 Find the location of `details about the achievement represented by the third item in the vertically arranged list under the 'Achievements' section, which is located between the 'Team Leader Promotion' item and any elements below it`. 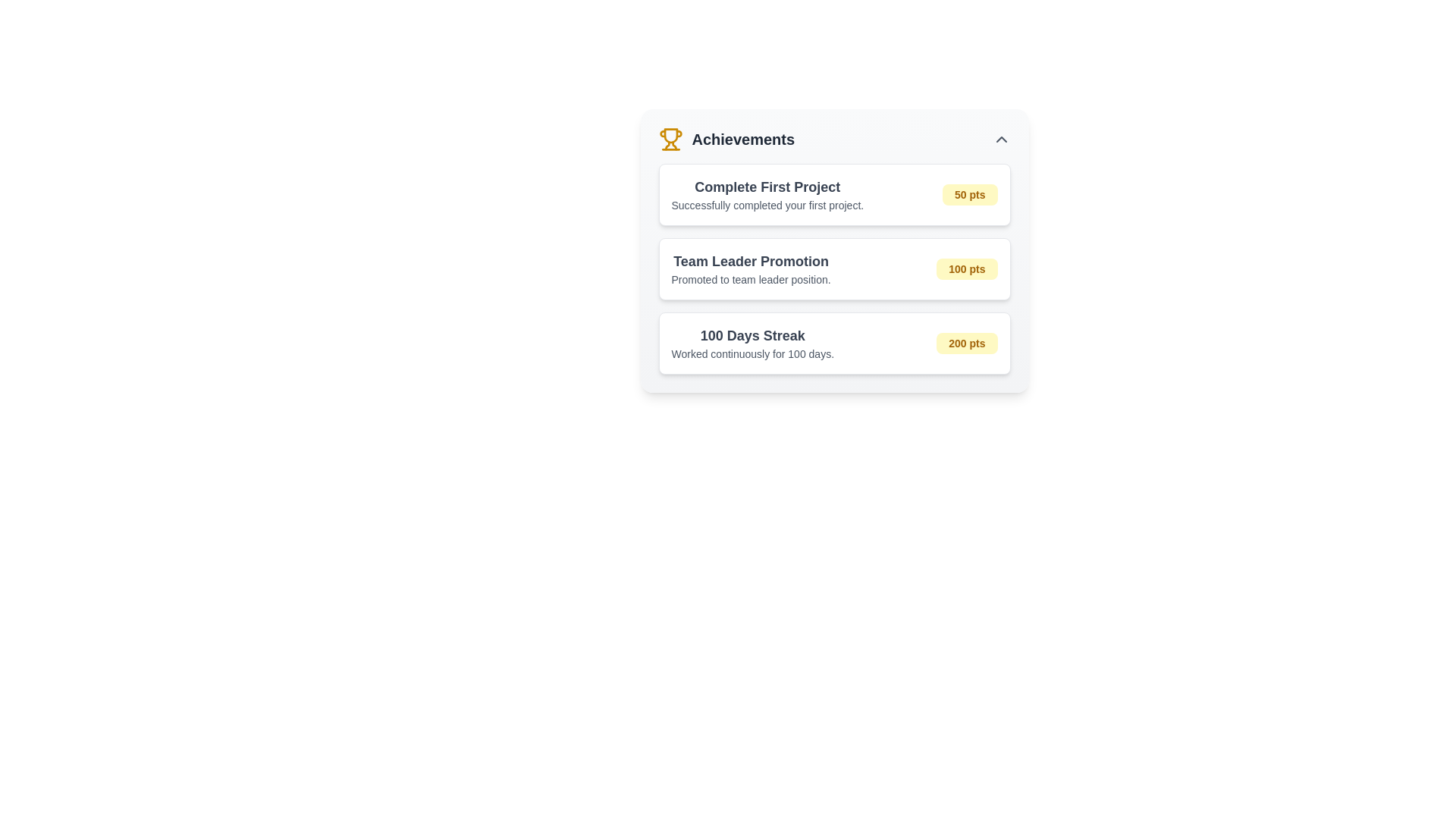

details about the achievement represented by the third item in the vertically arranged list under the 'Achievements' section, which is located between the 'Team Leader Promotion' item and any elements below it is located at coordinates (833, 343).